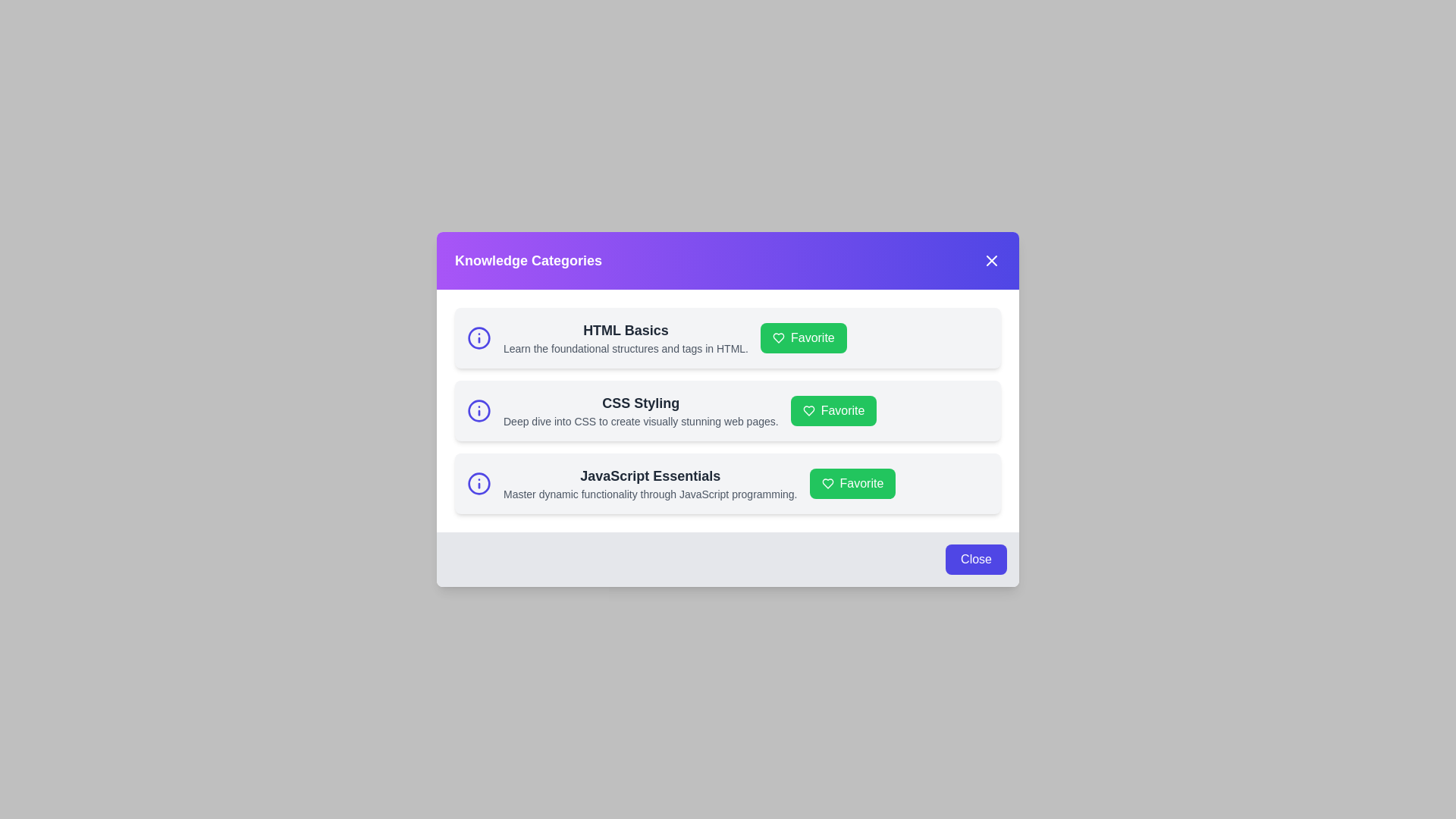 The width and height of the screenshot is (1456, 819). I want to click on the text label displaying 'JavaScript Essentials' in bold, larger font within the 'Knowledge Categories' modal dialog, so click(650, 475).